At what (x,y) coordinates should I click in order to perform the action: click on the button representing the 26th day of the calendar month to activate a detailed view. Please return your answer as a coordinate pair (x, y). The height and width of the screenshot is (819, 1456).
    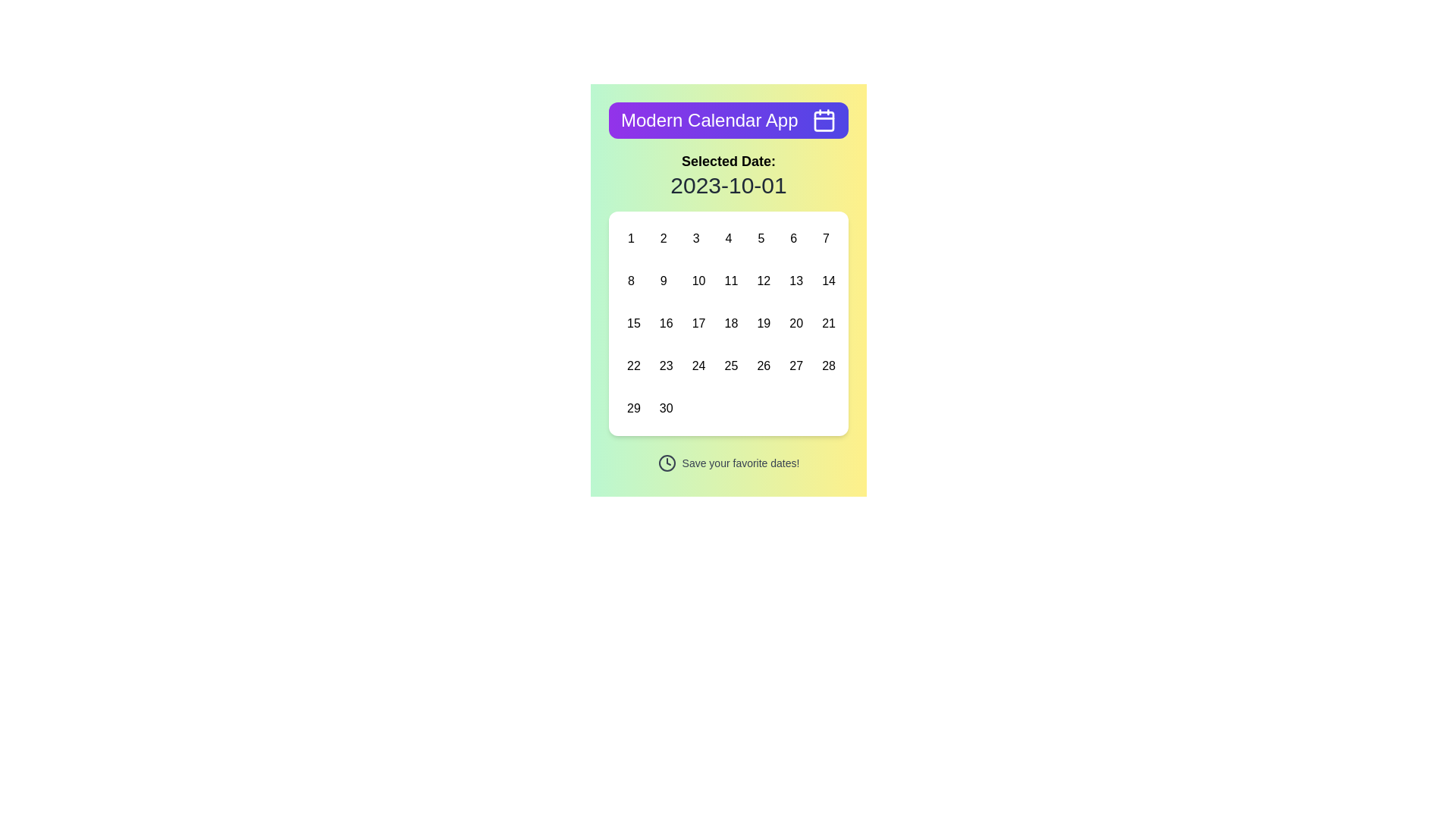
    Looking at the image, I should click on (761, 366).